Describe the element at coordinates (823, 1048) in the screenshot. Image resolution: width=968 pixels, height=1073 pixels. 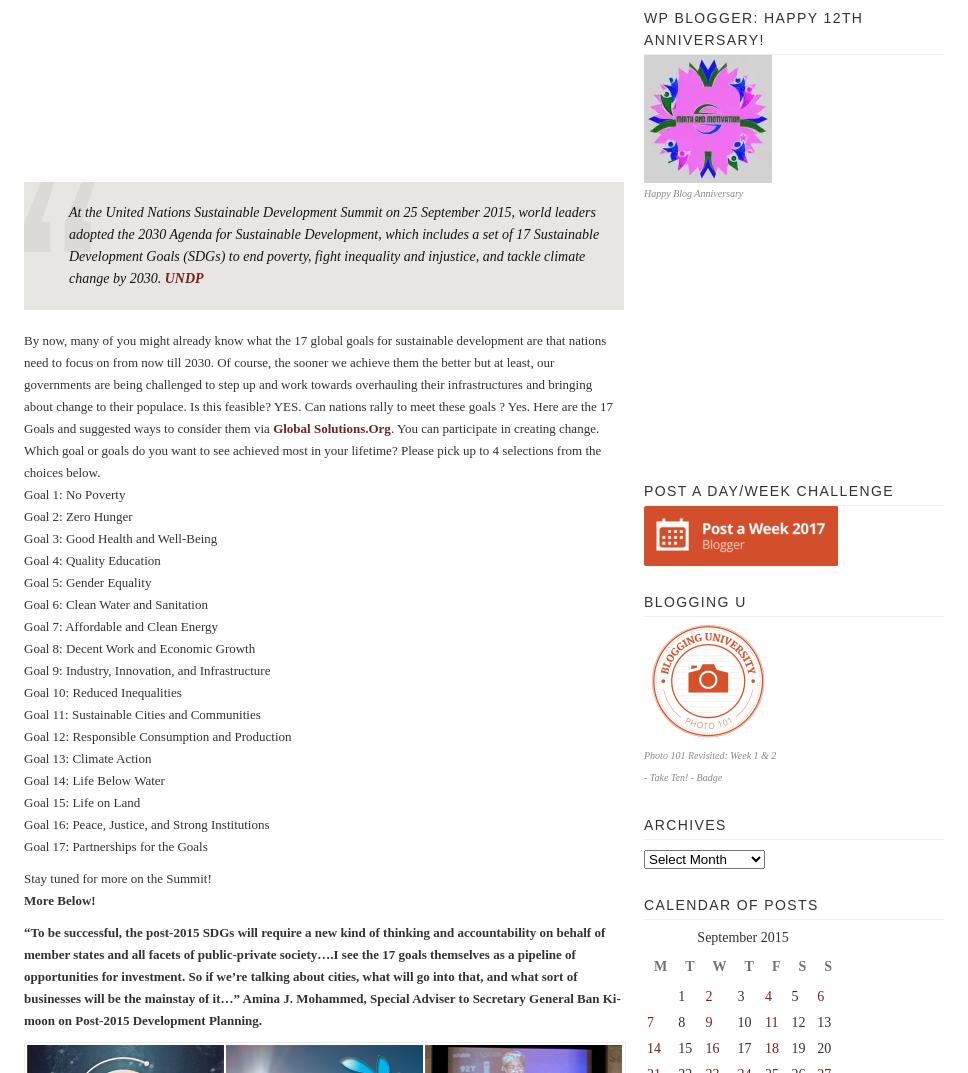
I see `'20'` at that location.